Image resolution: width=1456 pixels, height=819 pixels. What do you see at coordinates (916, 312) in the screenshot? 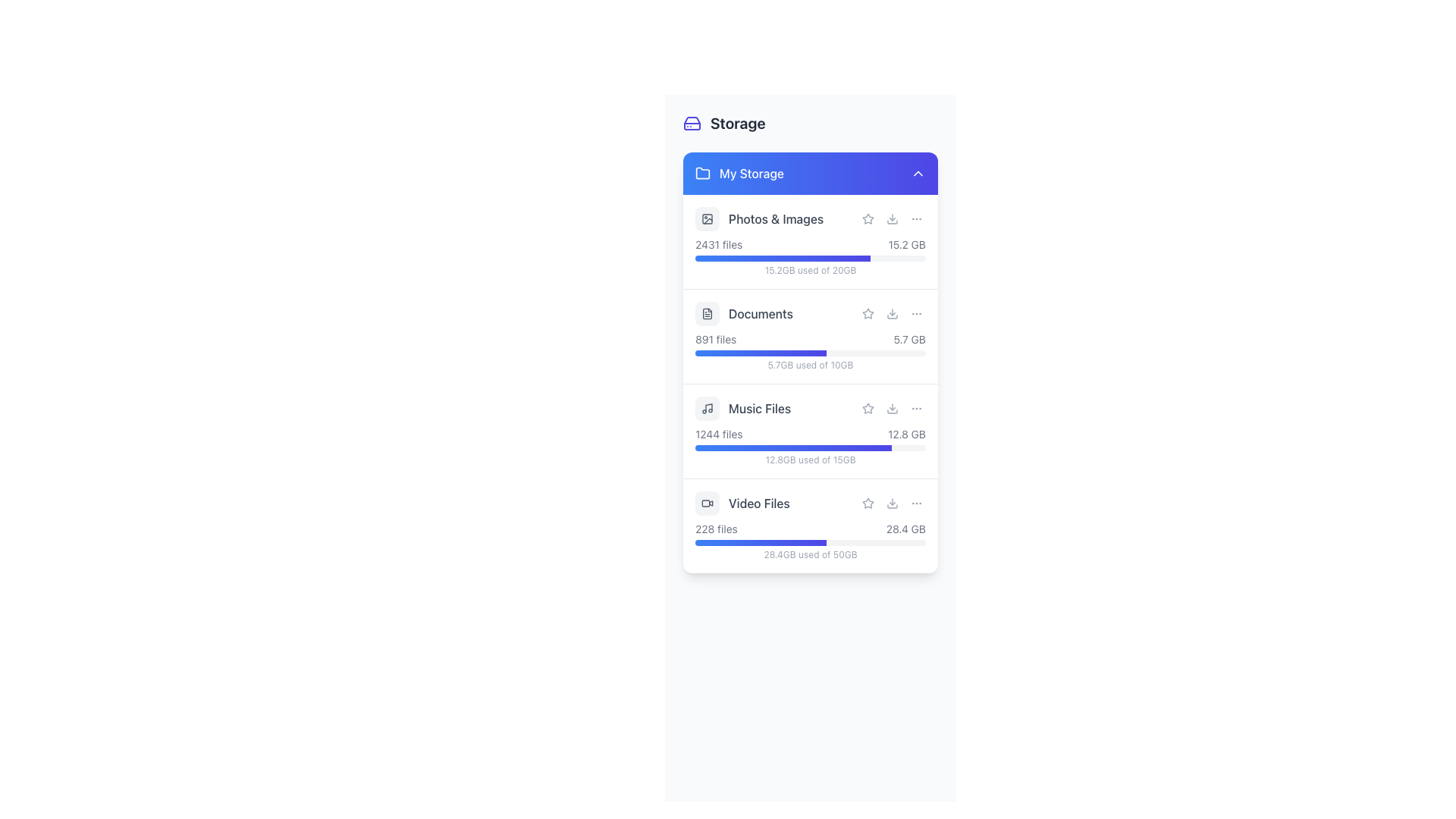
I see `the options button located in the 'Documents' section under 'My Storage', which is the third button after the star and download icons, to observe its hover effect` at bounding box center [916, 312].